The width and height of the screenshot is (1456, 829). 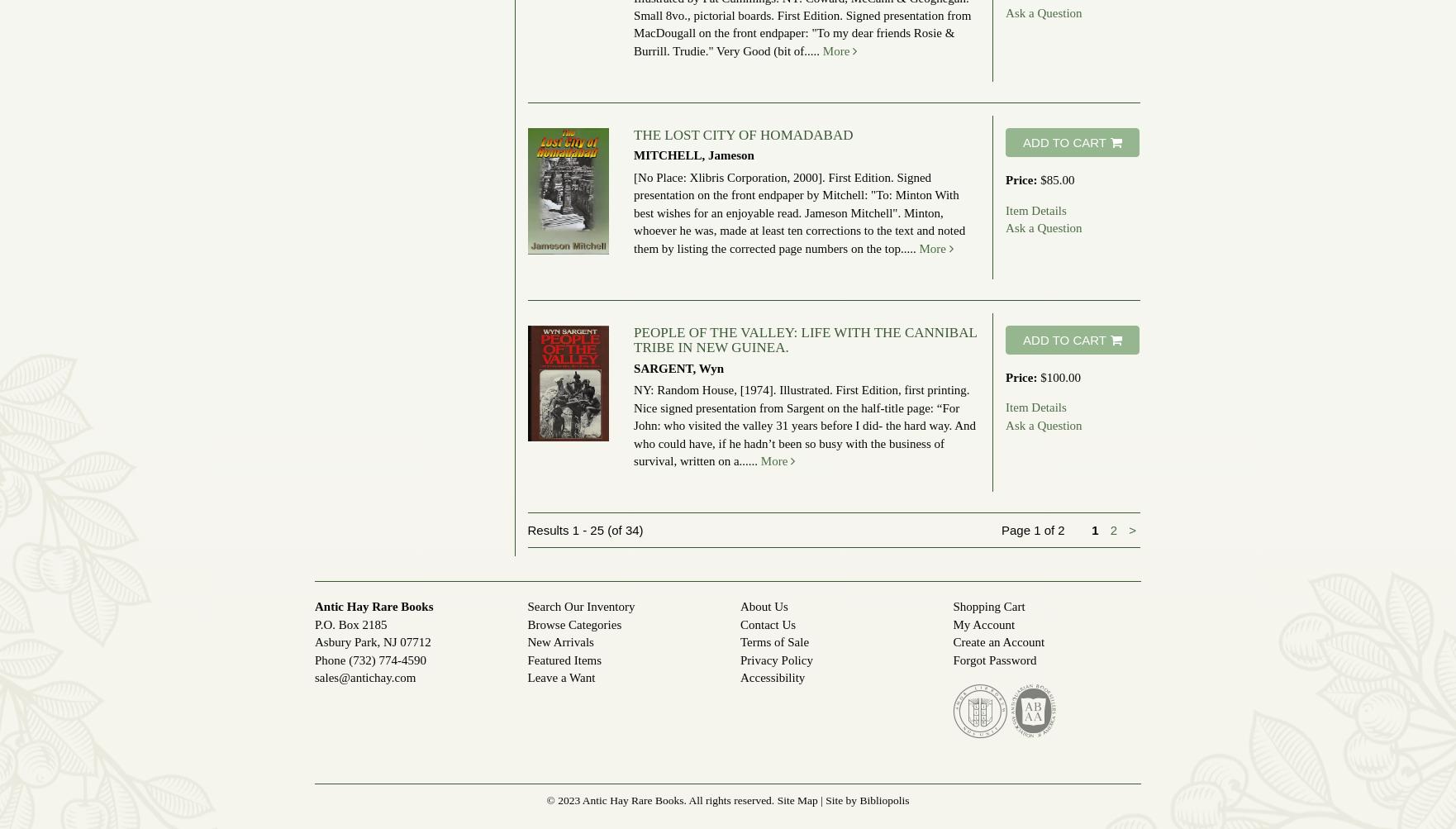 I want to click on 'Leave a Want', so click(x=560, y=677).